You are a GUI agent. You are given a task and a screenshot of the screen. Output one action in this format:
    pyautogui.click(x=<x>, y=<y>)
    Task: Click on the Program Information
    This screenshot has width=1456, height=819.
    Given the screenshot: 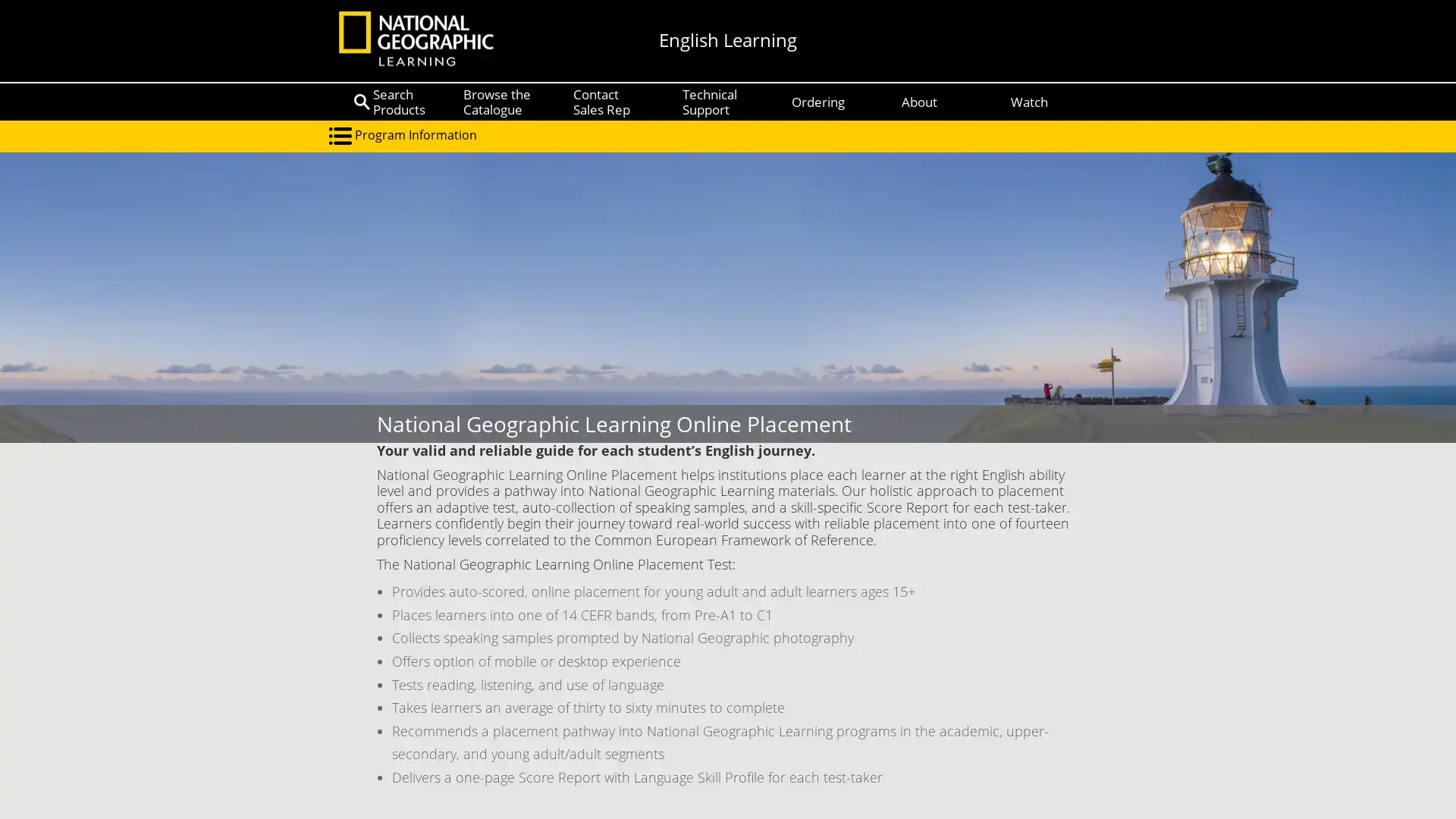 What is the action you would take?
    pyautogui.click(x=403, y=133)
    